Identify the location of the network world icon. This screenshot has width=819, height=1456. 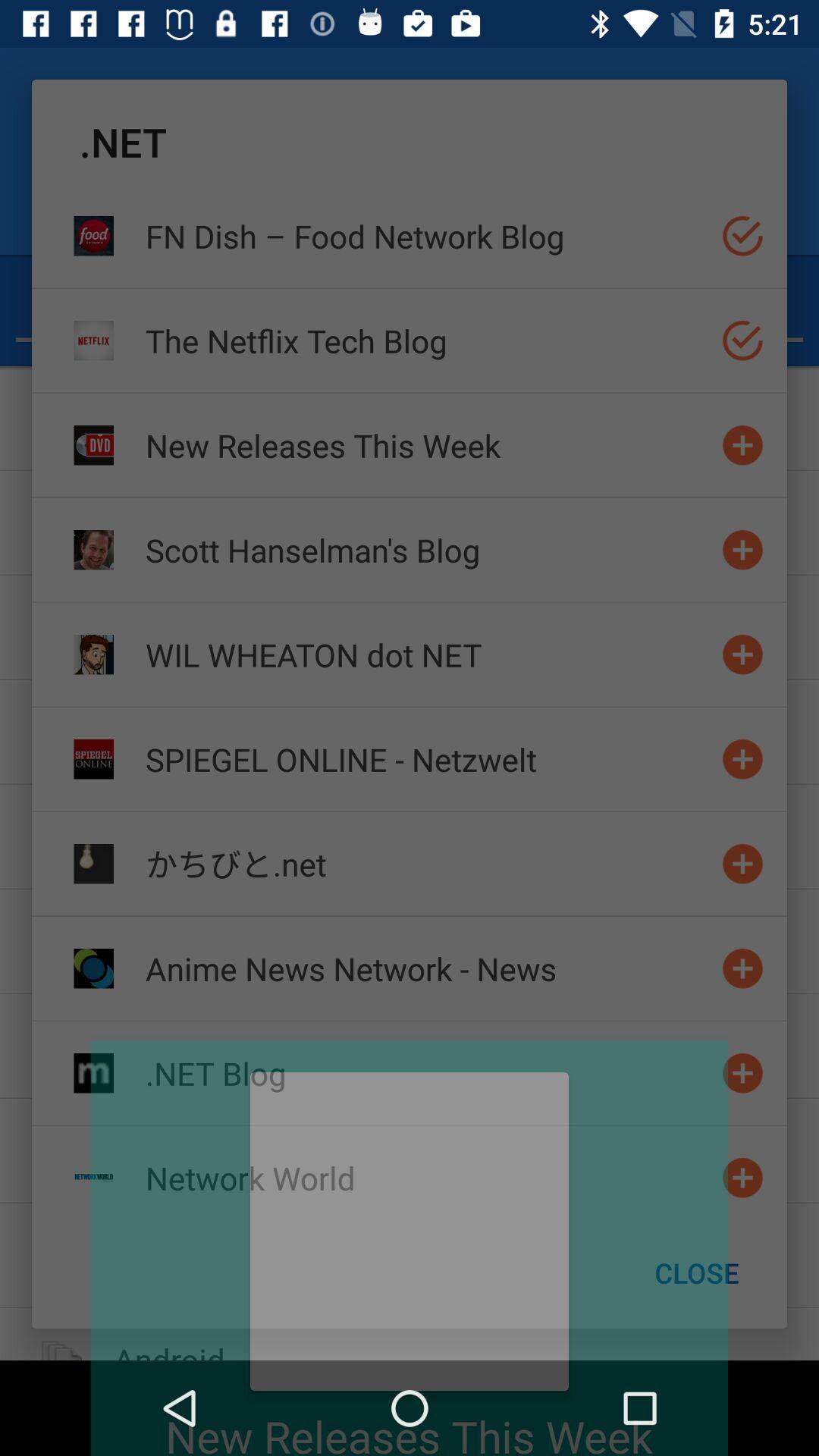
(427, 1177).